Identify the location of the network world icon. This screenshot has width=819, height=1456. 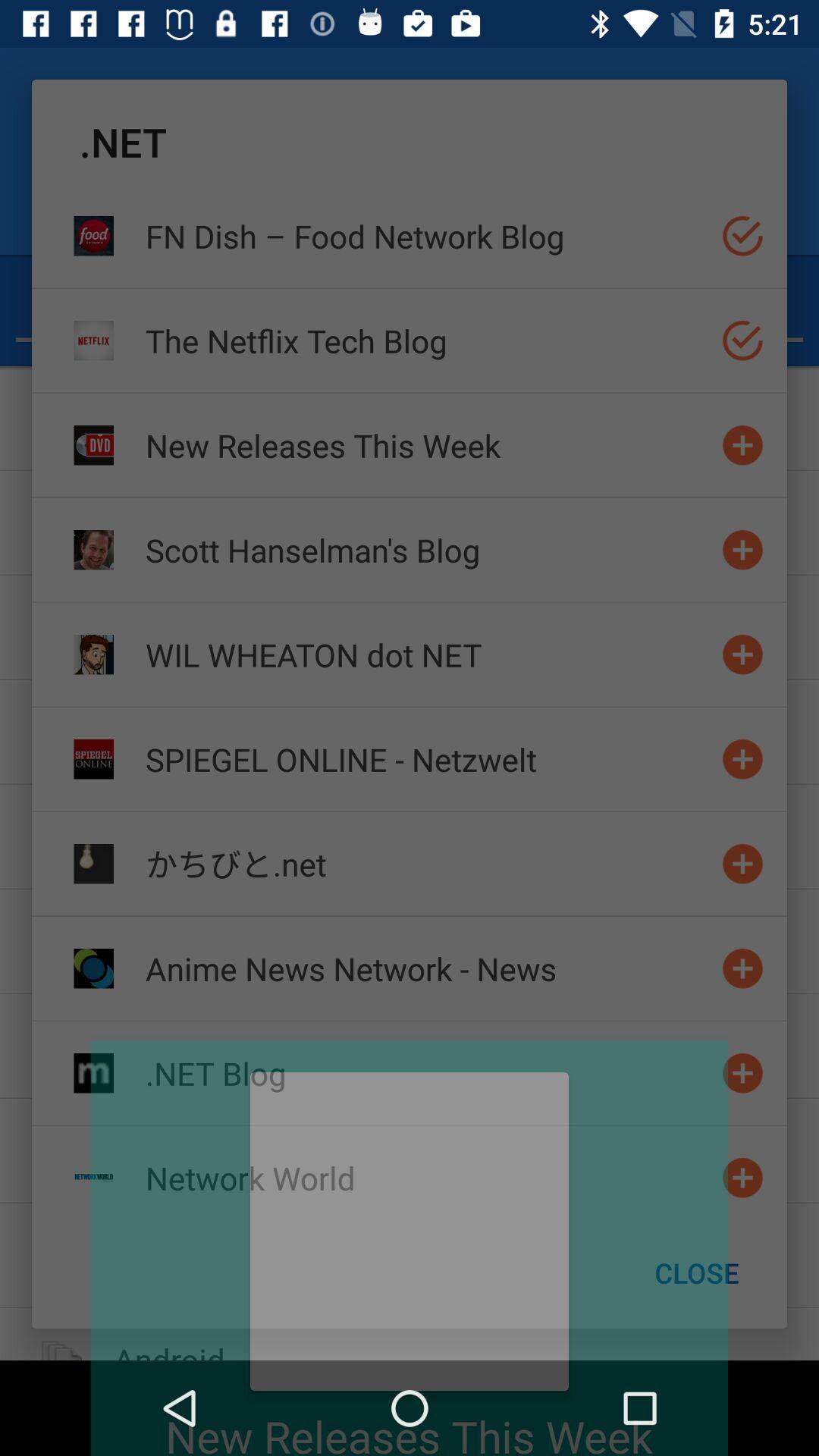
(427, 1177).